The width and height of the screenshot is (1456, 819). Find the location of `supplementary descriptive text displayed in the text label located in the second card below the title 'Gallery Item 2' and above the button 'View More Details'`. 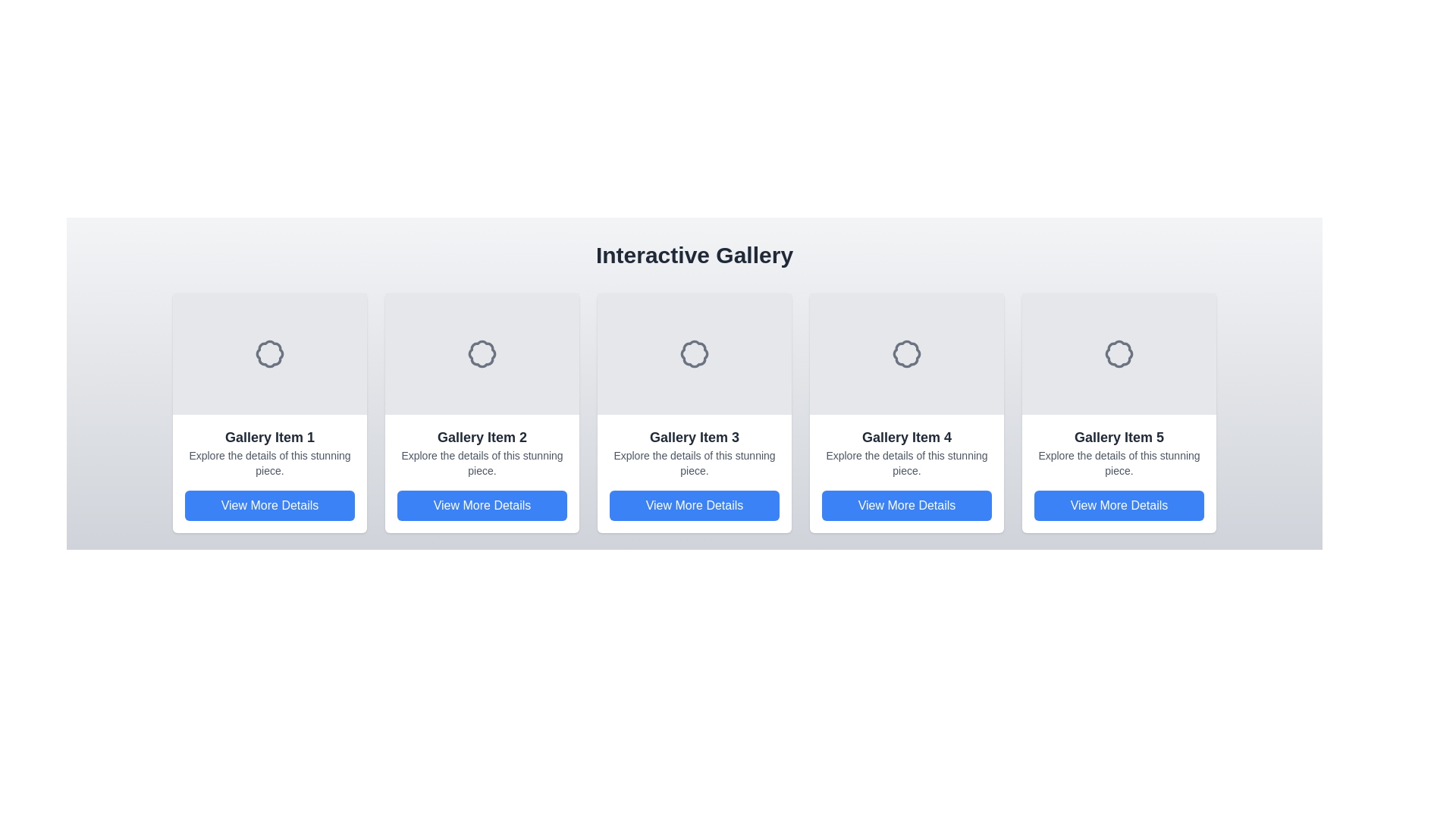

supplementary descriptive text displayed in the text label located in the second card below the title 'Gallery Item 2' and above the button 'View More Details' is located at coordinates (481, 462).